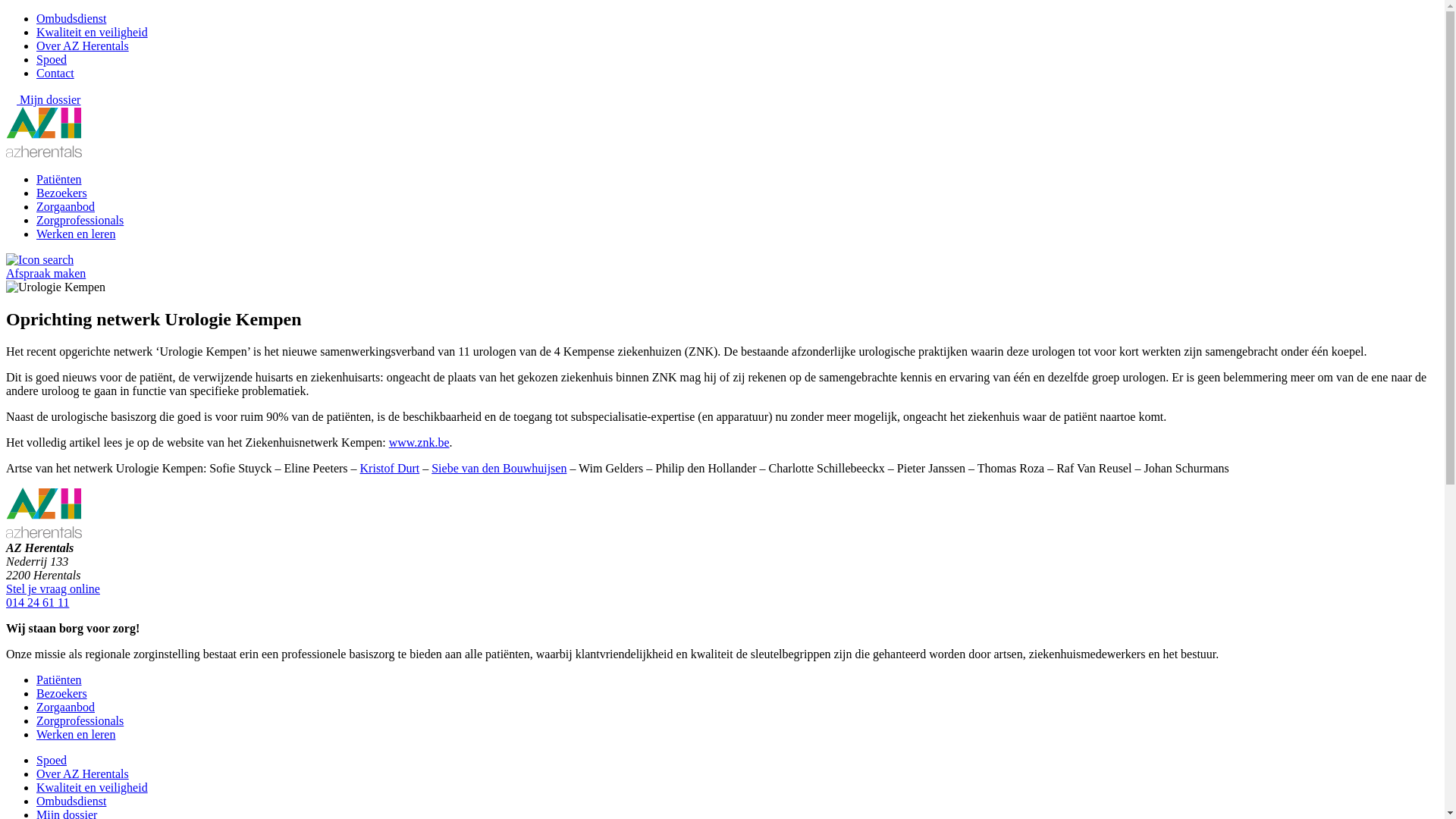 The height and width of the screenshot is (819, 1456). I want to click on 'Werken en leren', so click(36, 733).